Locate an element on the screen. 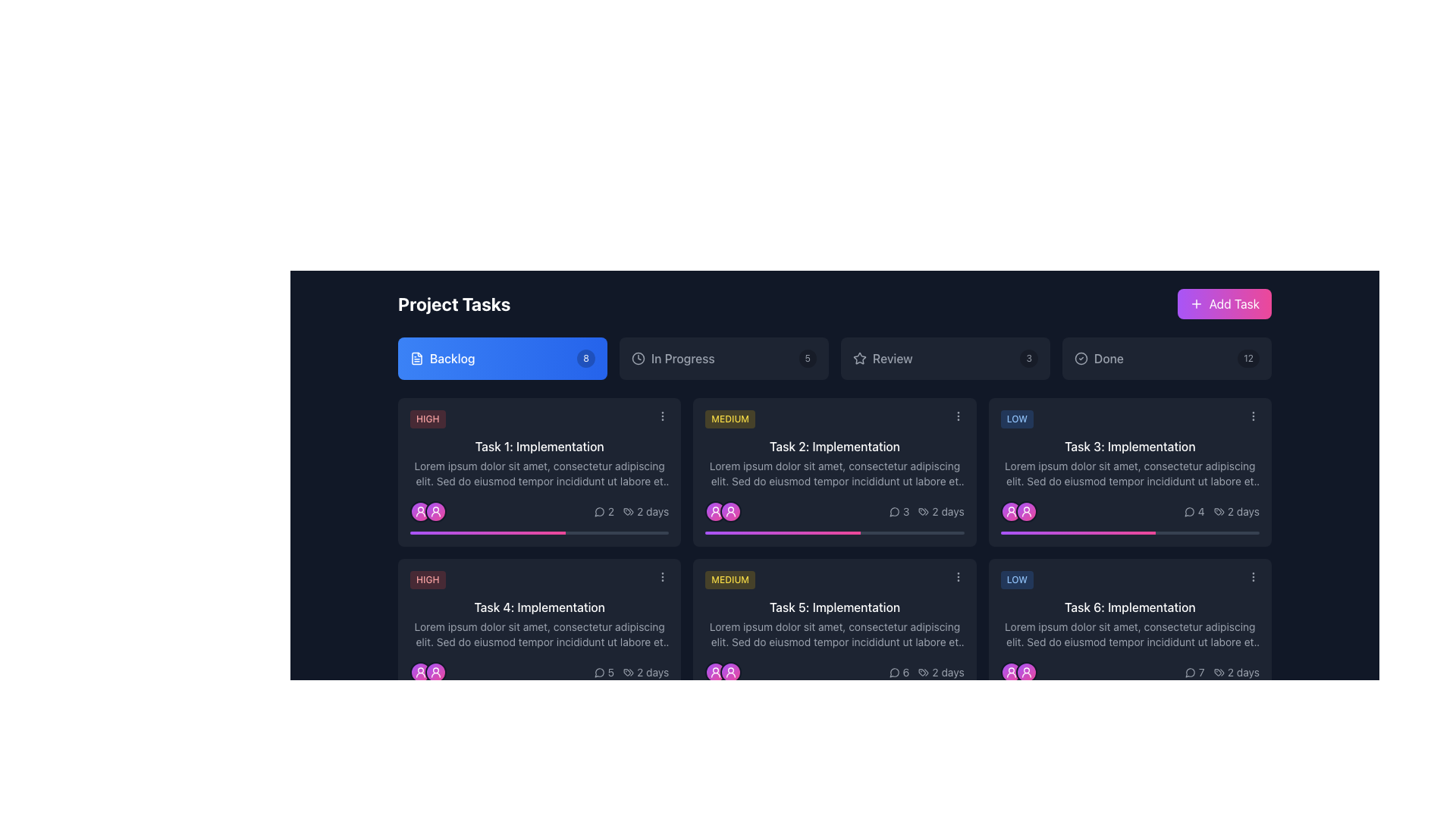 This screenshot has width=1456, height=819. the text block located below the heading 'Task 1: Implementation' in the first card of the leftmost column in the 'Backlog' section is located at coordinates (539, 472).